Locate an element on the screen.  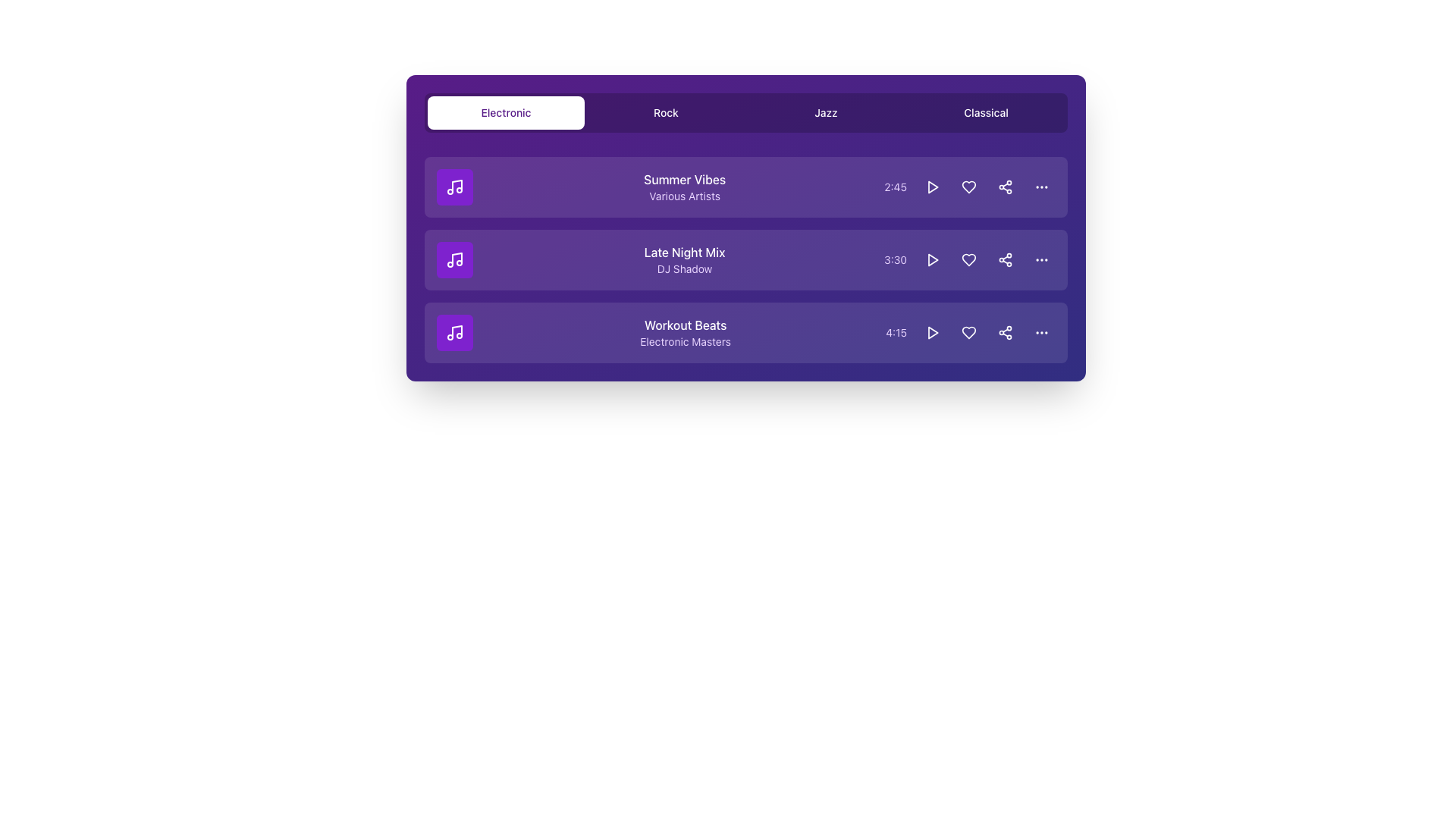
the 'Jazz' navigation button located in the top navigation bar is located at coordinates (825, 112).